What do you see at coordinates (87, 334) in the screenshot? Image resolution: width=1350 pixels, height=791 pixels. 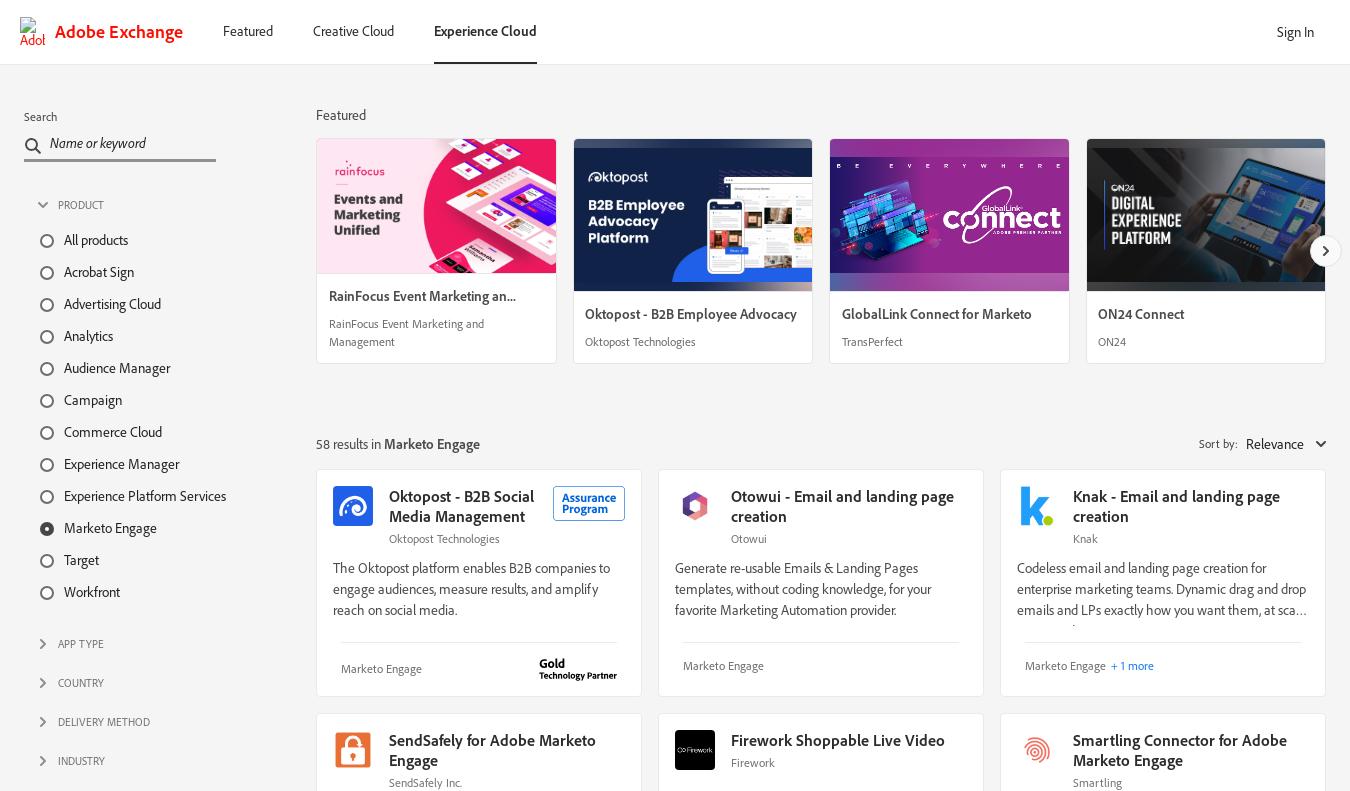 I see `'Analytics'` at bounding box center [87, 334].